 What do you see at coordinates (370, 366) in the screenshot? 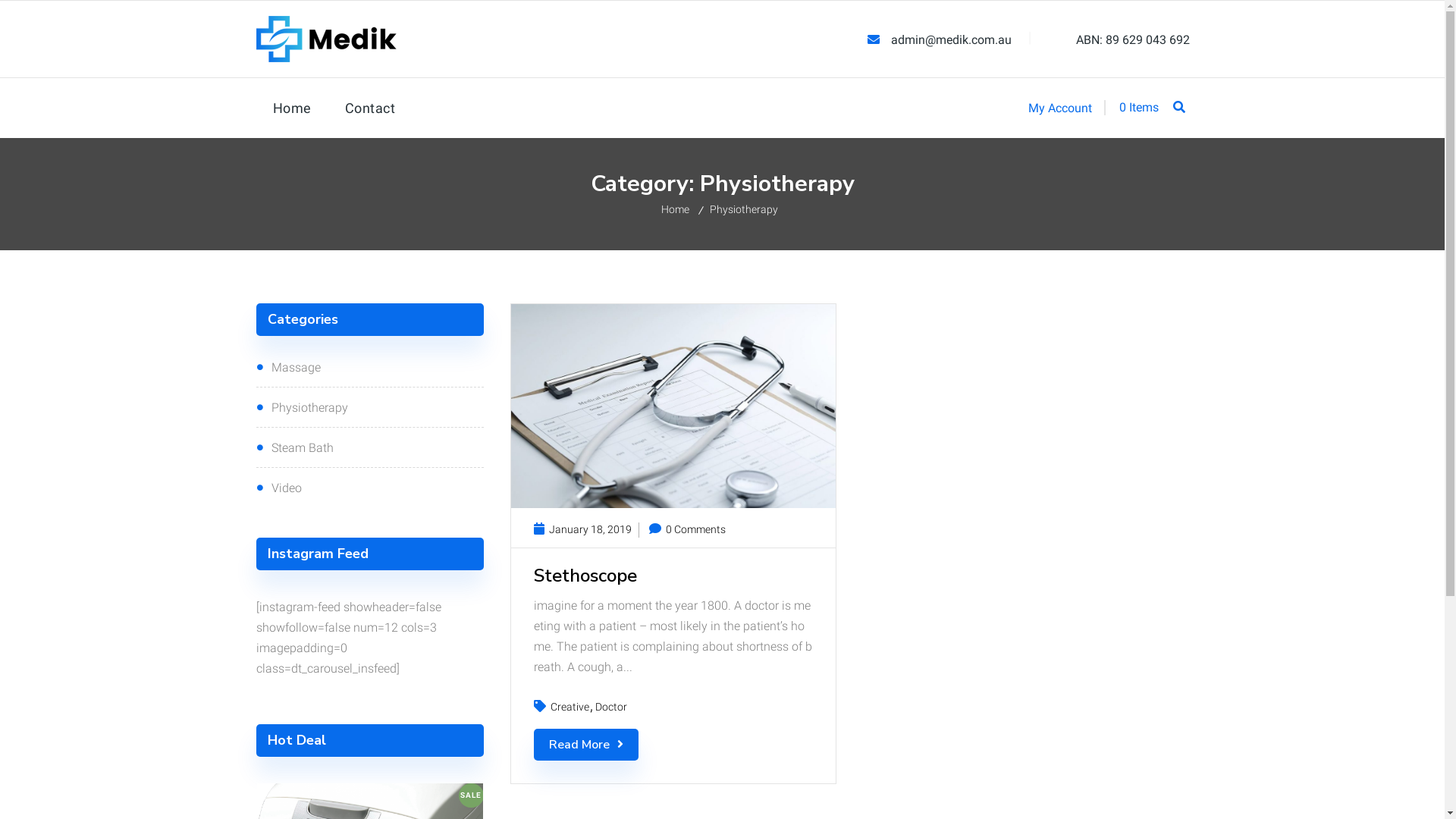
I see `'Massage'` at bounding box center [370, 366].